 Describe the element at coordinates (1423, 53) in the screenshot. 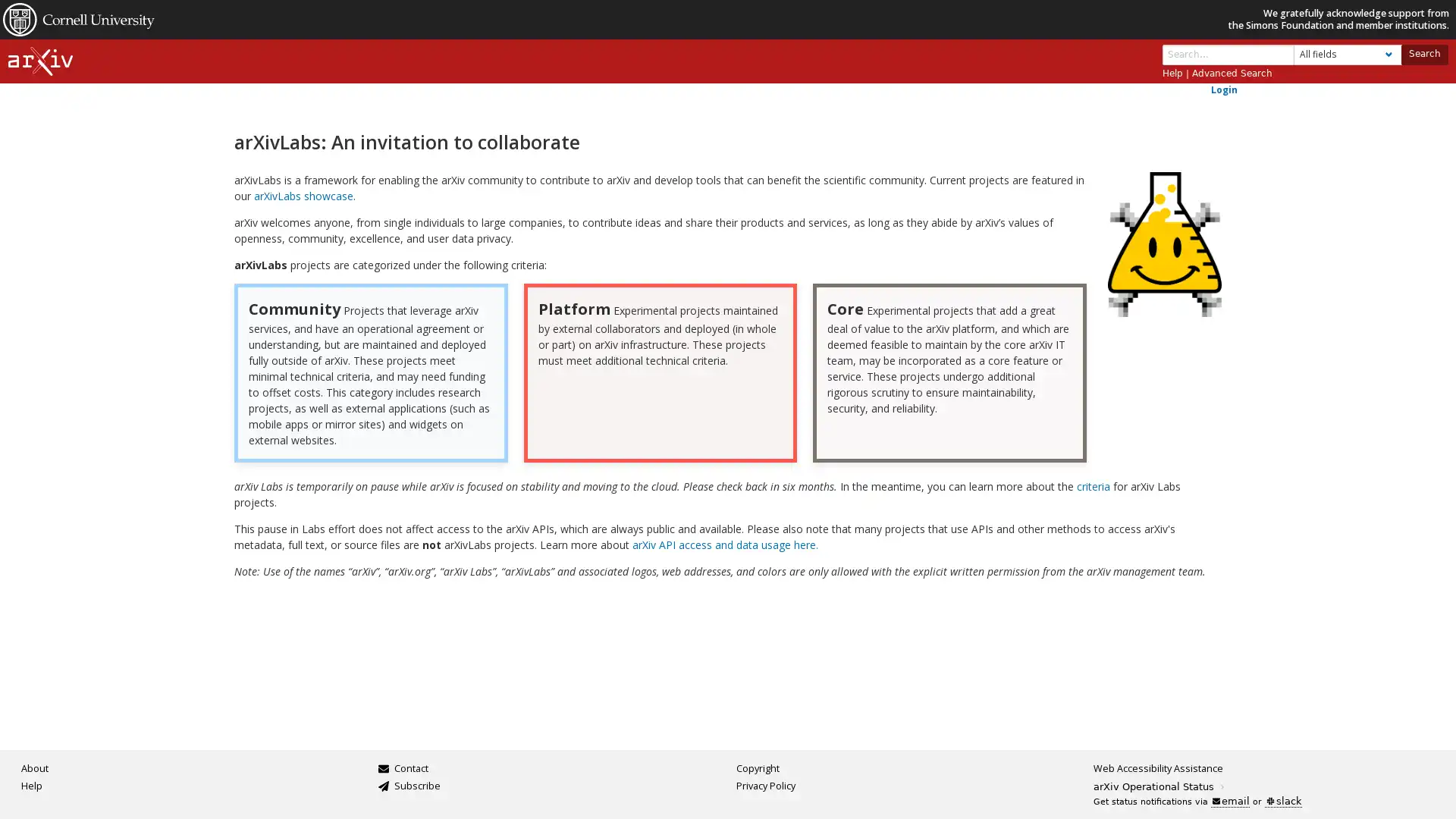

I see `Search` at that location.